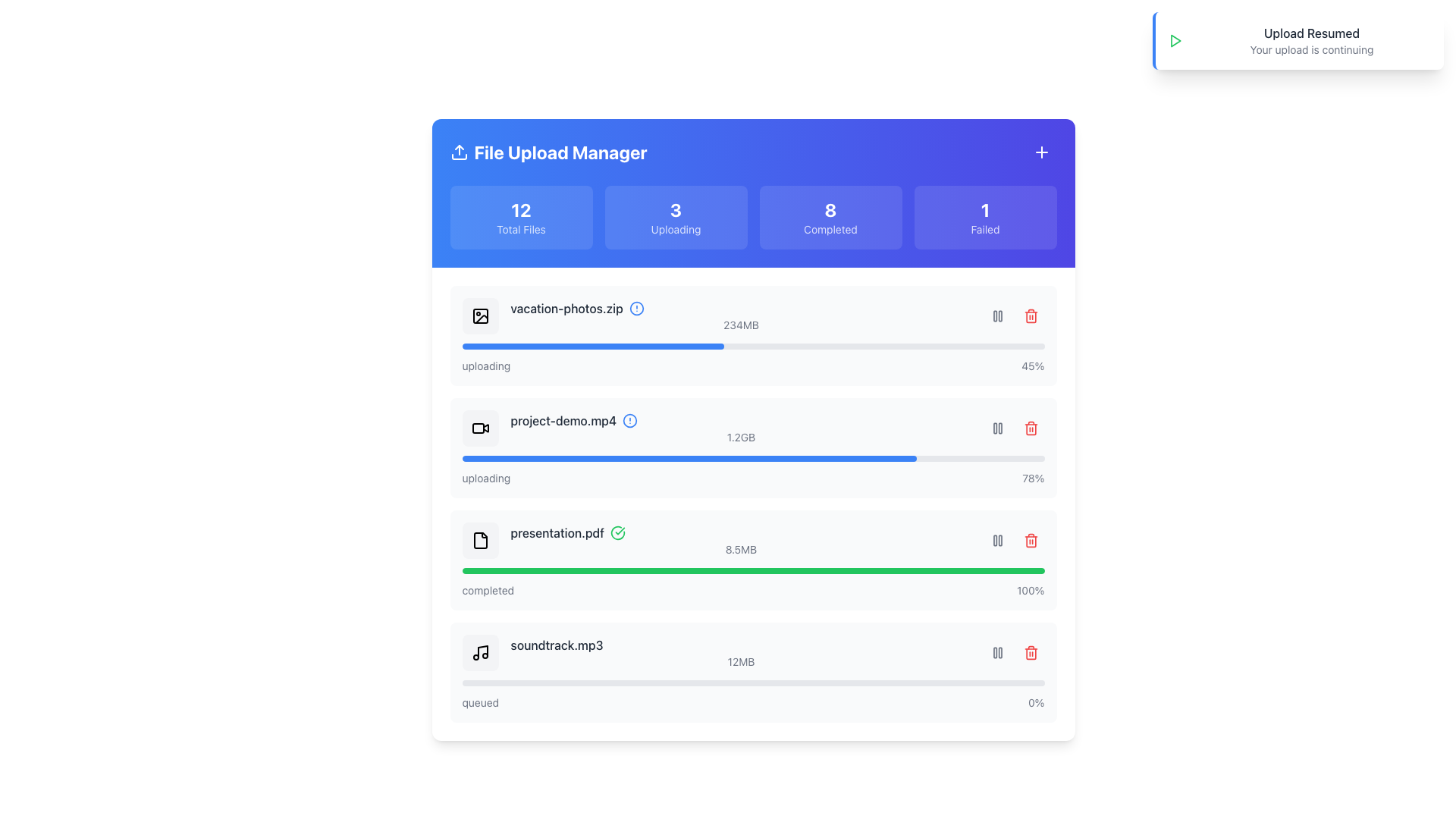 Image resolution: width=1456 pixels, height=819 pixels. Describe the element at coordinates (1310, 40) in the screenshot. I see `information displayed in the notification text label located at the top-right corner of the interface, which indicates that the upload process has resumed` at that location.